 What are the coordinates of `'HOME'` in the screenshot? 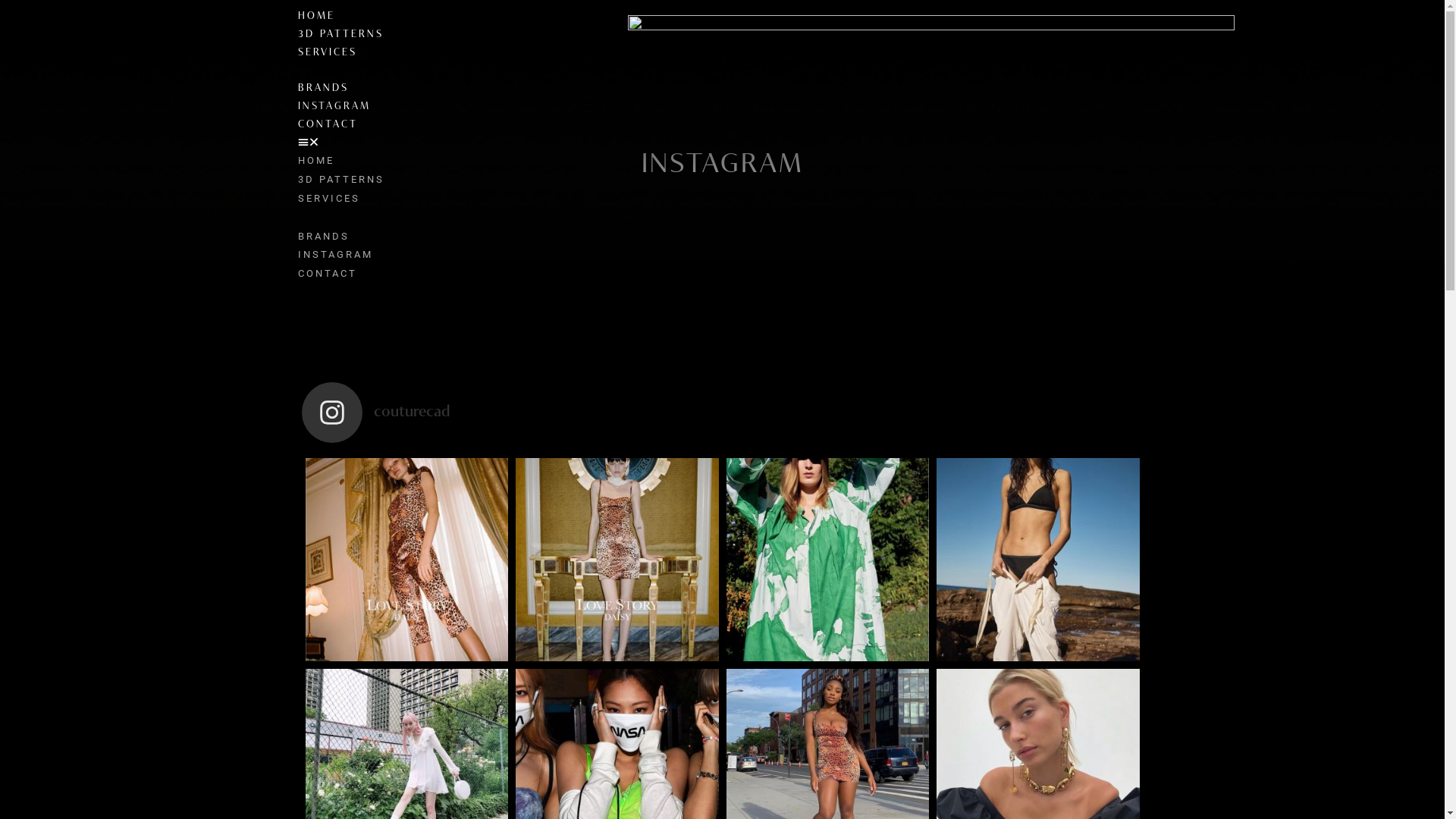 It's located at (315, 160).